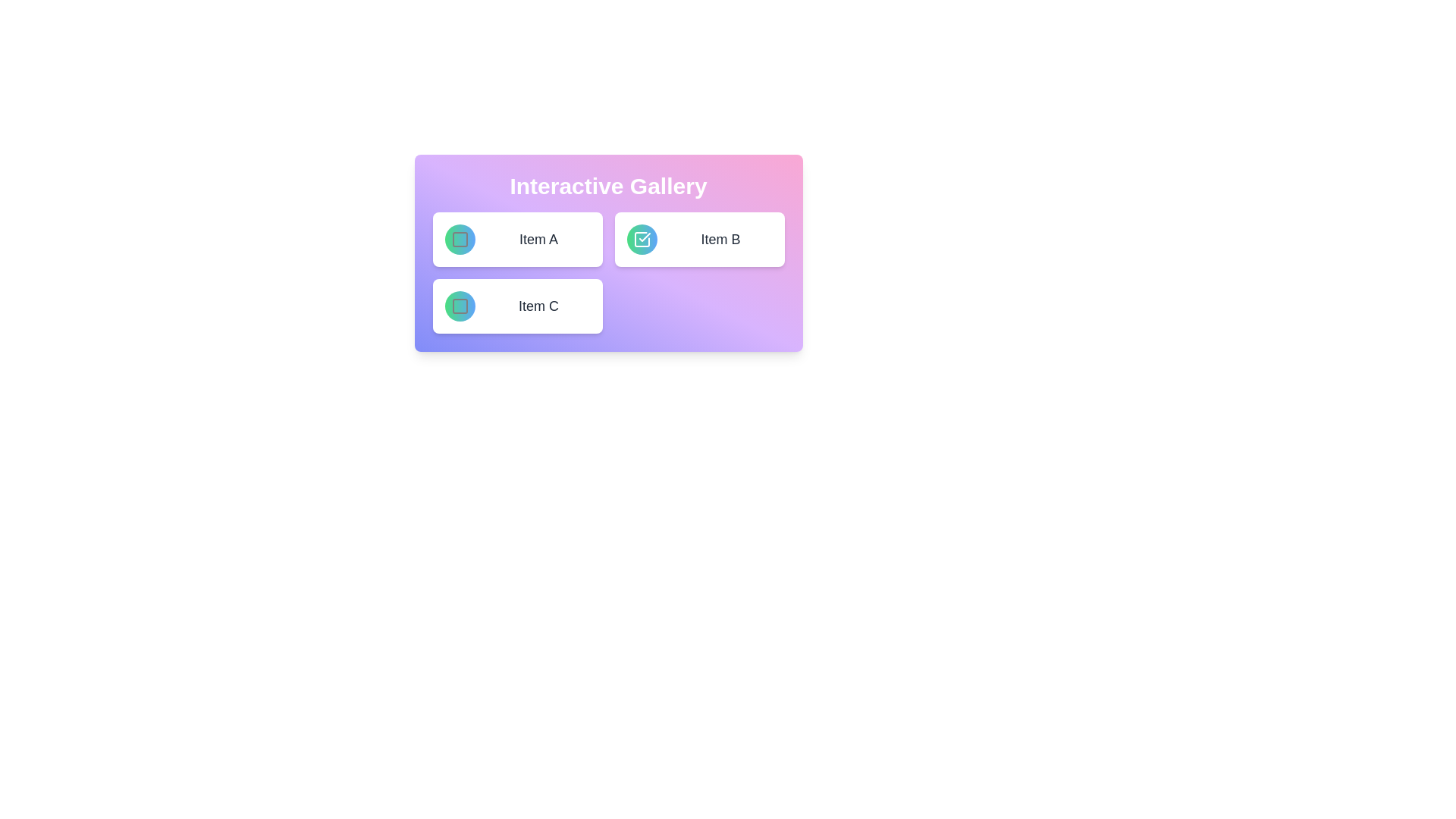 The height and width of the screenshot is (819, 1456). Describe the element at coordinates (459, 239) in the screenshot. I see `the interactive button located to the far left of the top row associated with 'Item A'` at that location.